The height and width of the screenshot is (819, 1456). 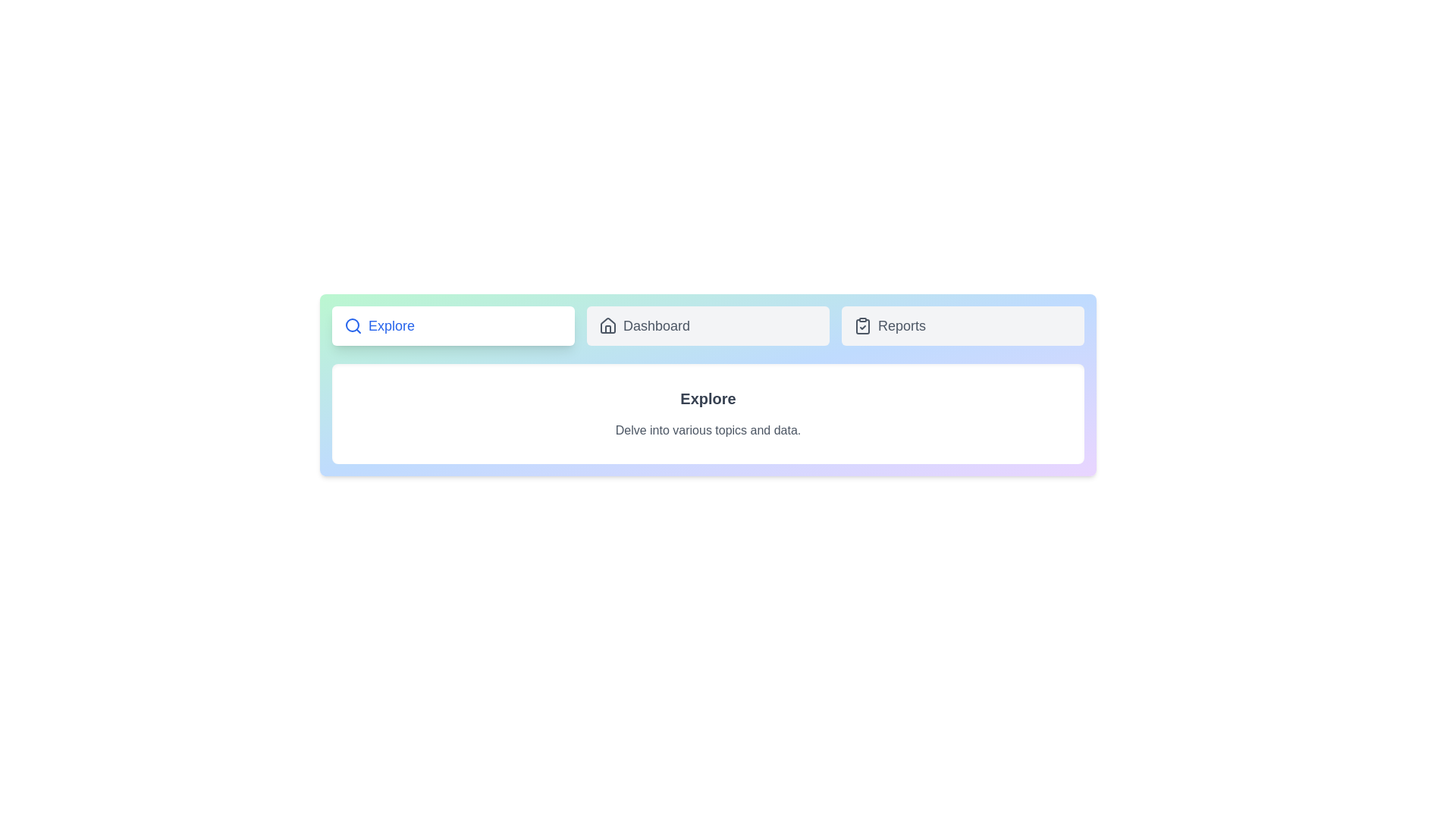 I want to click on the tab identified by Reports, so click(x=962, y=325).